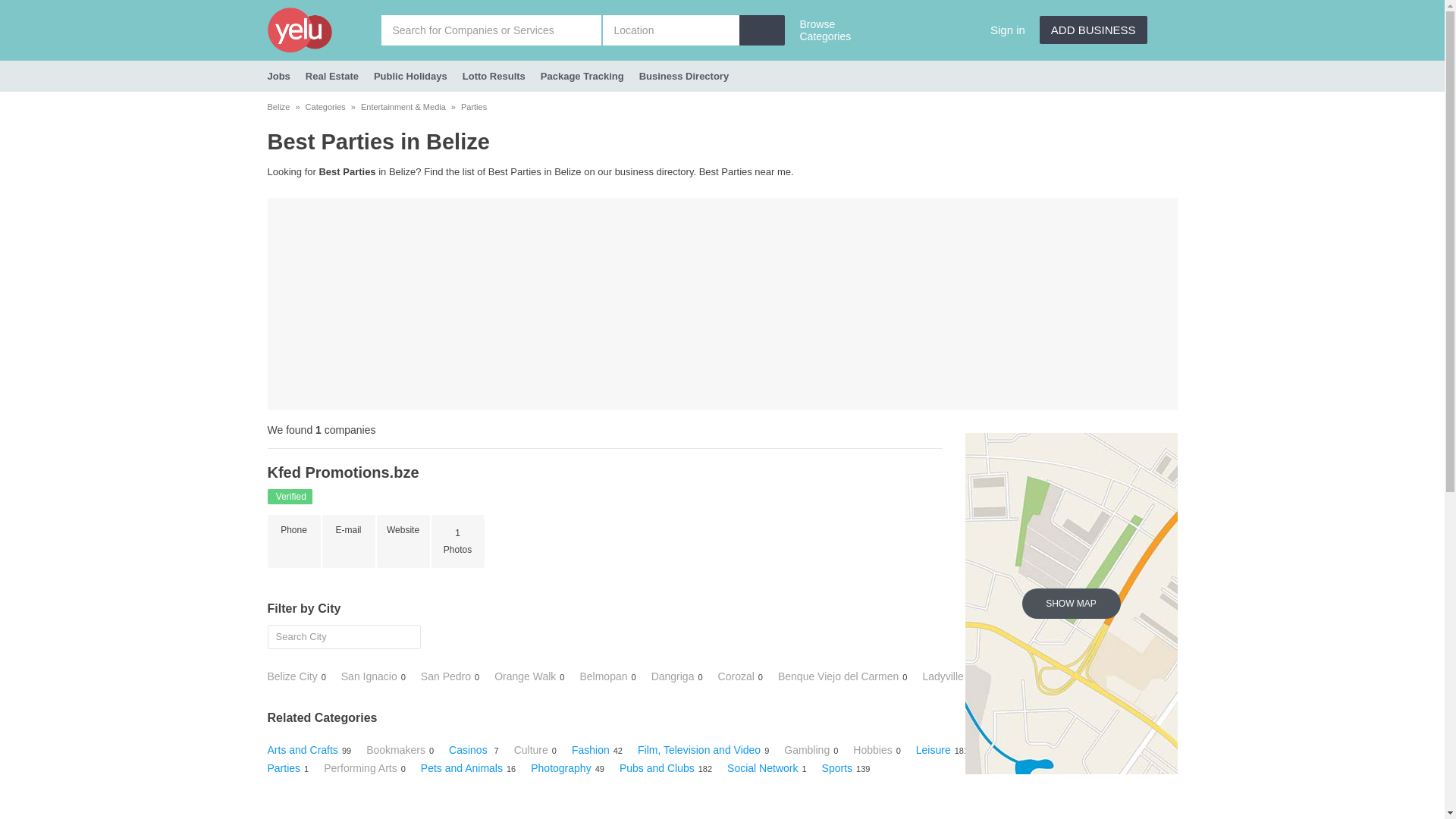 Image resolution: width=1456 pixels, height=819 pixels. I want to click on 'Leisure', so click(932, 748).